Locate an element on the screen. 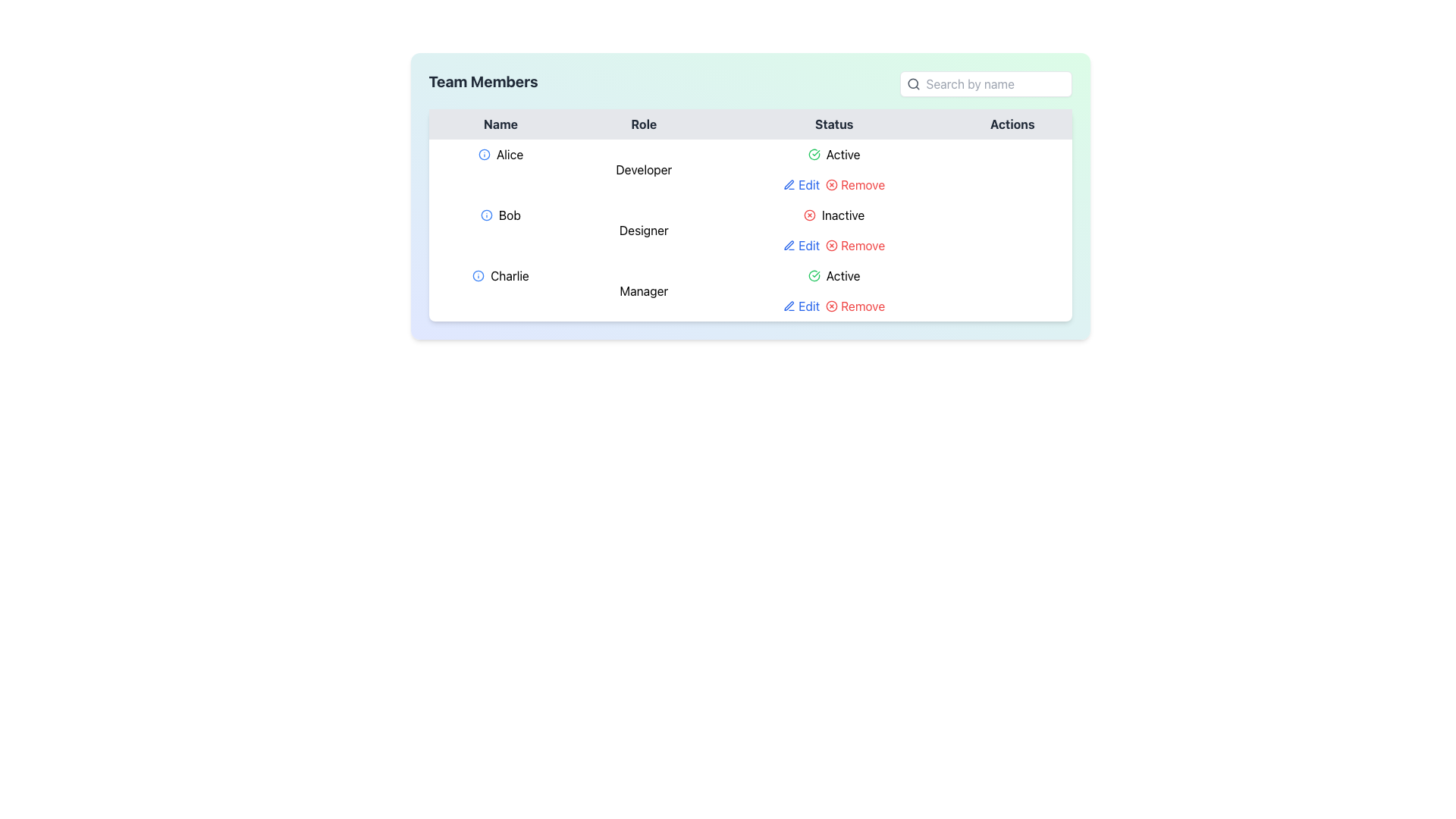  the 'Edit' text link with a pencil icon located in the 'Actions' column for the row corresponding to 'Bob', a Designer, to initiate the edit action is located at coordinates (801, 245).